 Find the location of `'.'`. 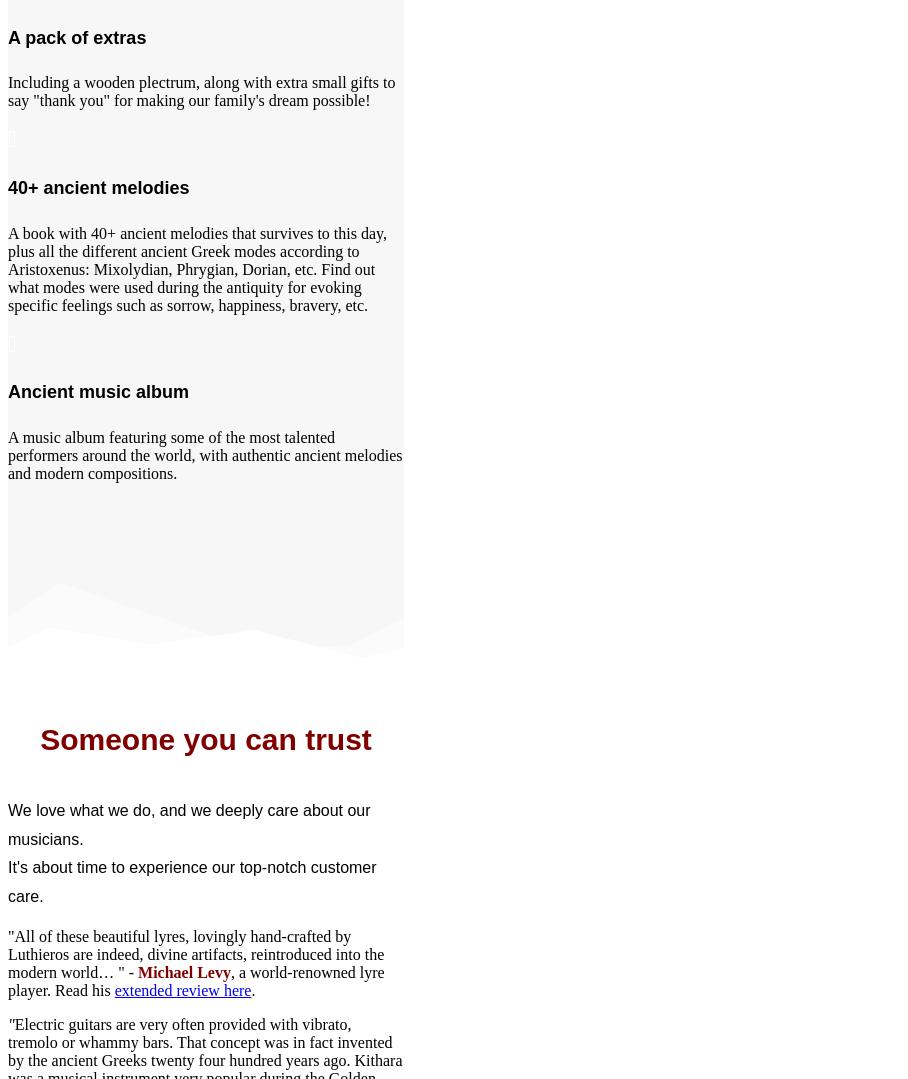

'.' is located at coordinates (251, 989).